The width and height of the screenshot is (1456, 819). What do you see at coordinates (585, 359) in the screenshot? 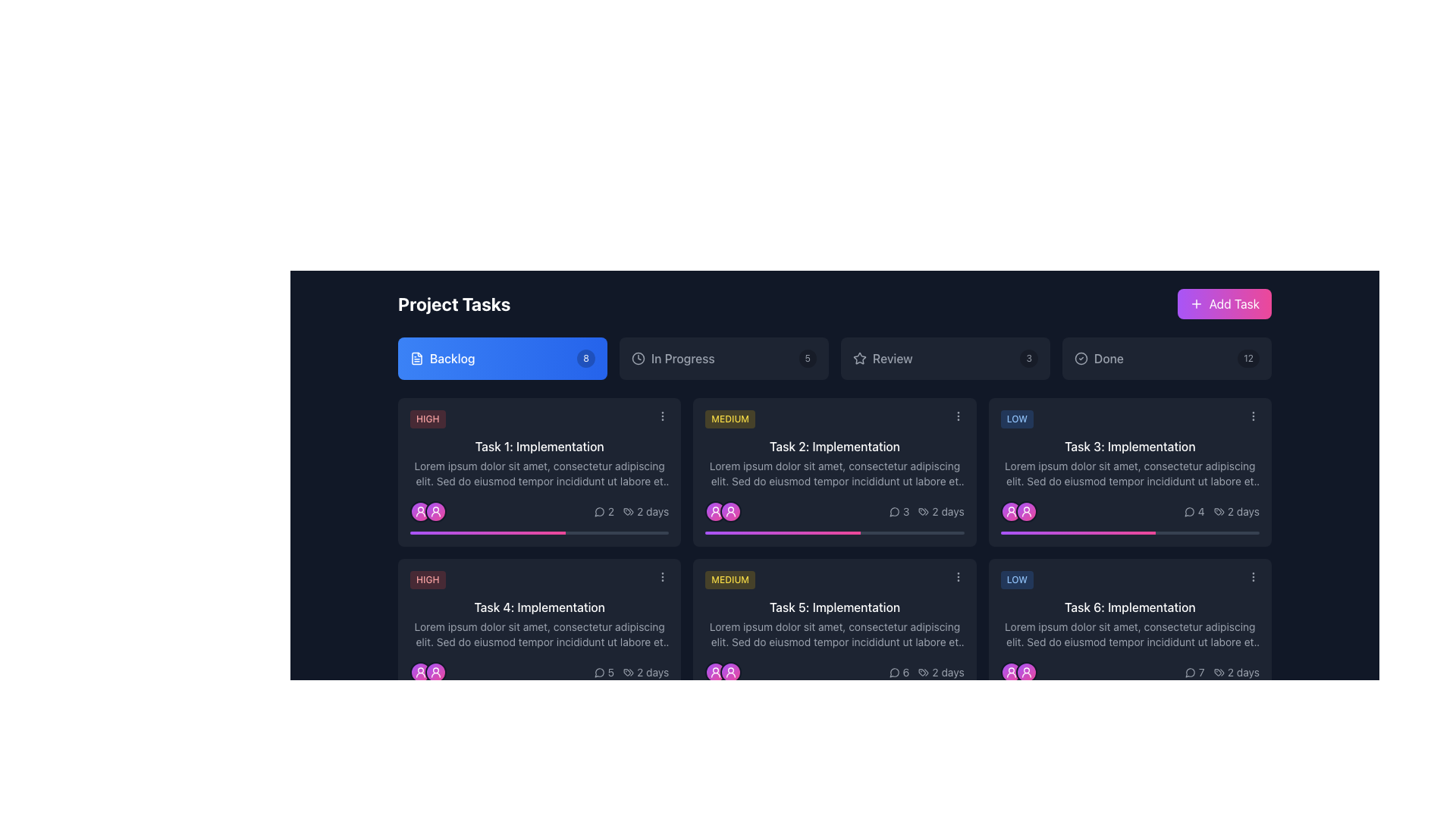
I see `the displayed number '8' in the circular badge located to the right of the 'Backlog' text label` at bounding box center [585, 359].